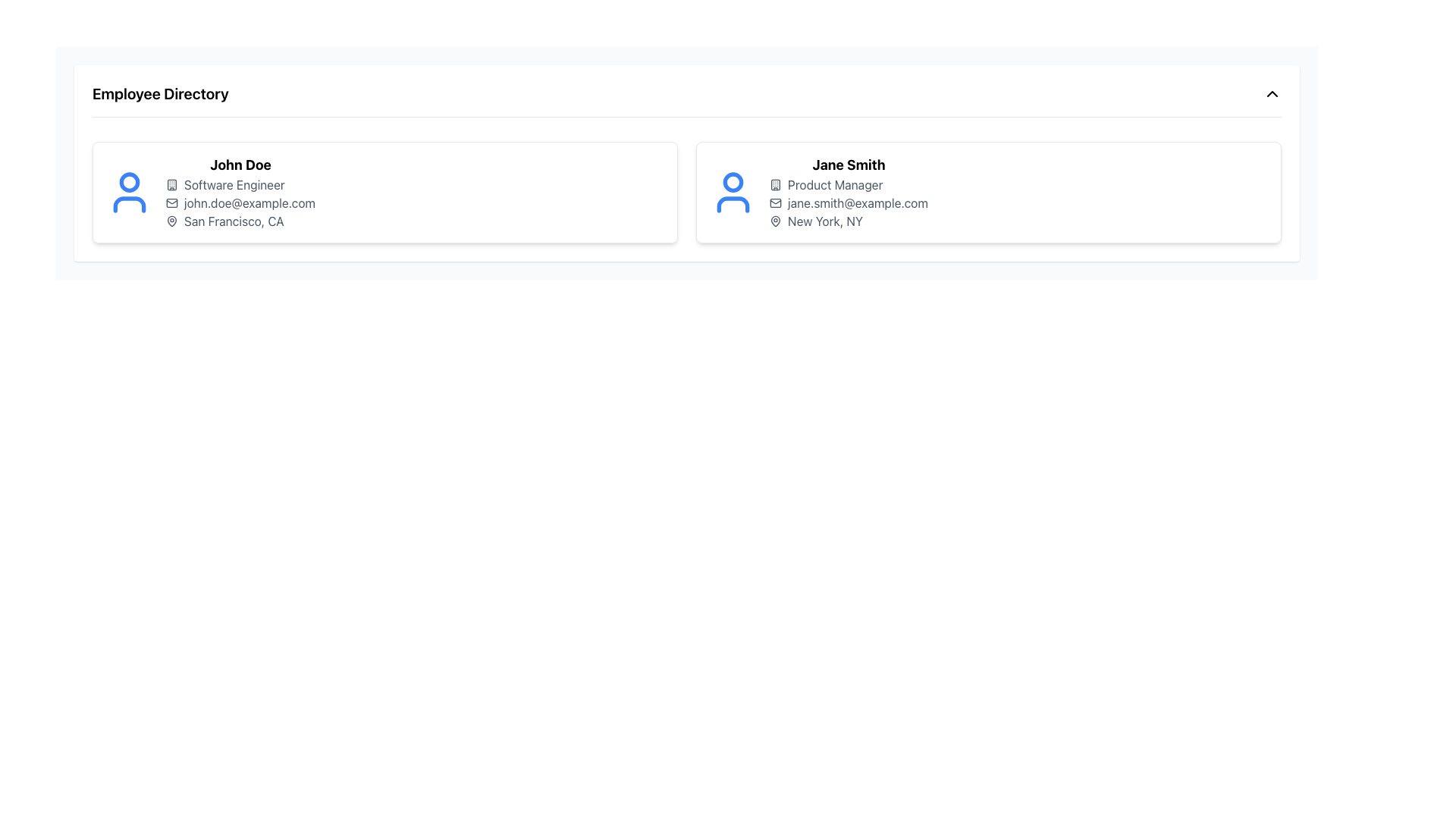  Describe the element at coordinates (130, 180) in the screenshot. I see `the blue circular graphic representing the head of the user icon for 'John Doe' in the Employee Directory section` at that location.